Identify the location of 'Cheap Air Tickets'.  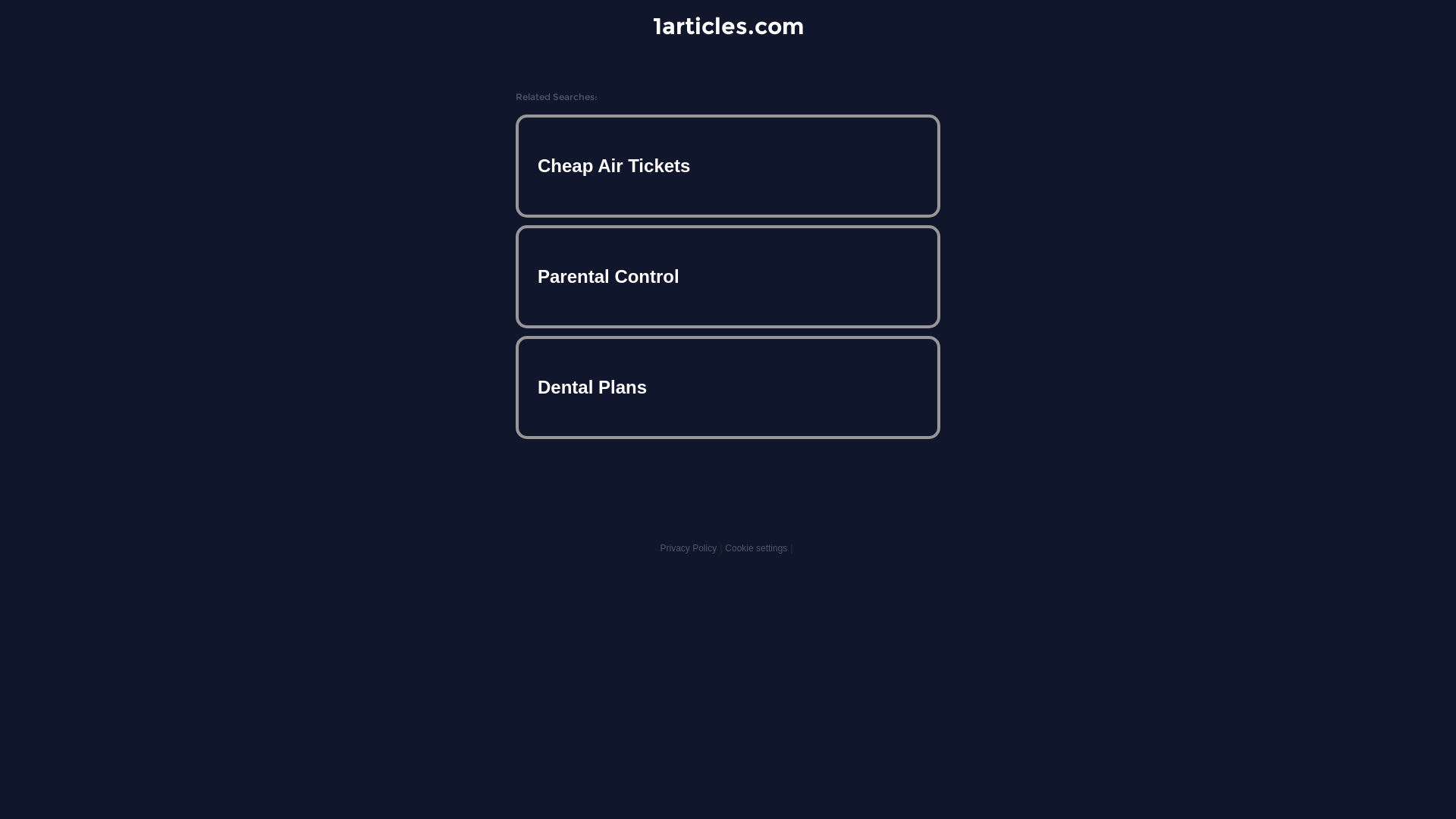
(728, 166).